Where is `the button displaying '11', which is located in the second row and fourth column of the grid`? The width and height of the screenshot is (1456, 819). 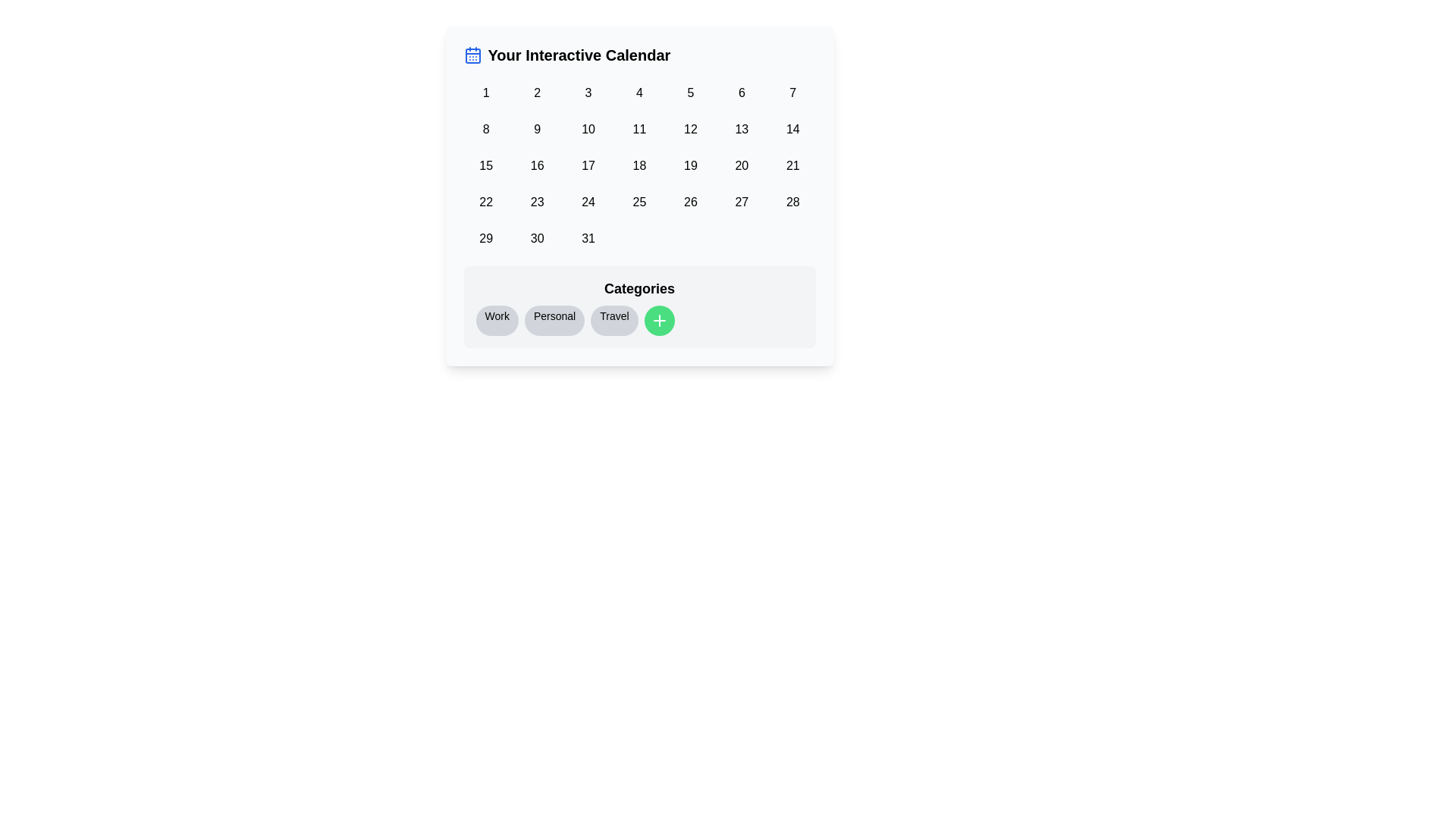 the button displaying '11', which is located in the second row and fourth column of the grid is located at coordinates (639, 128).